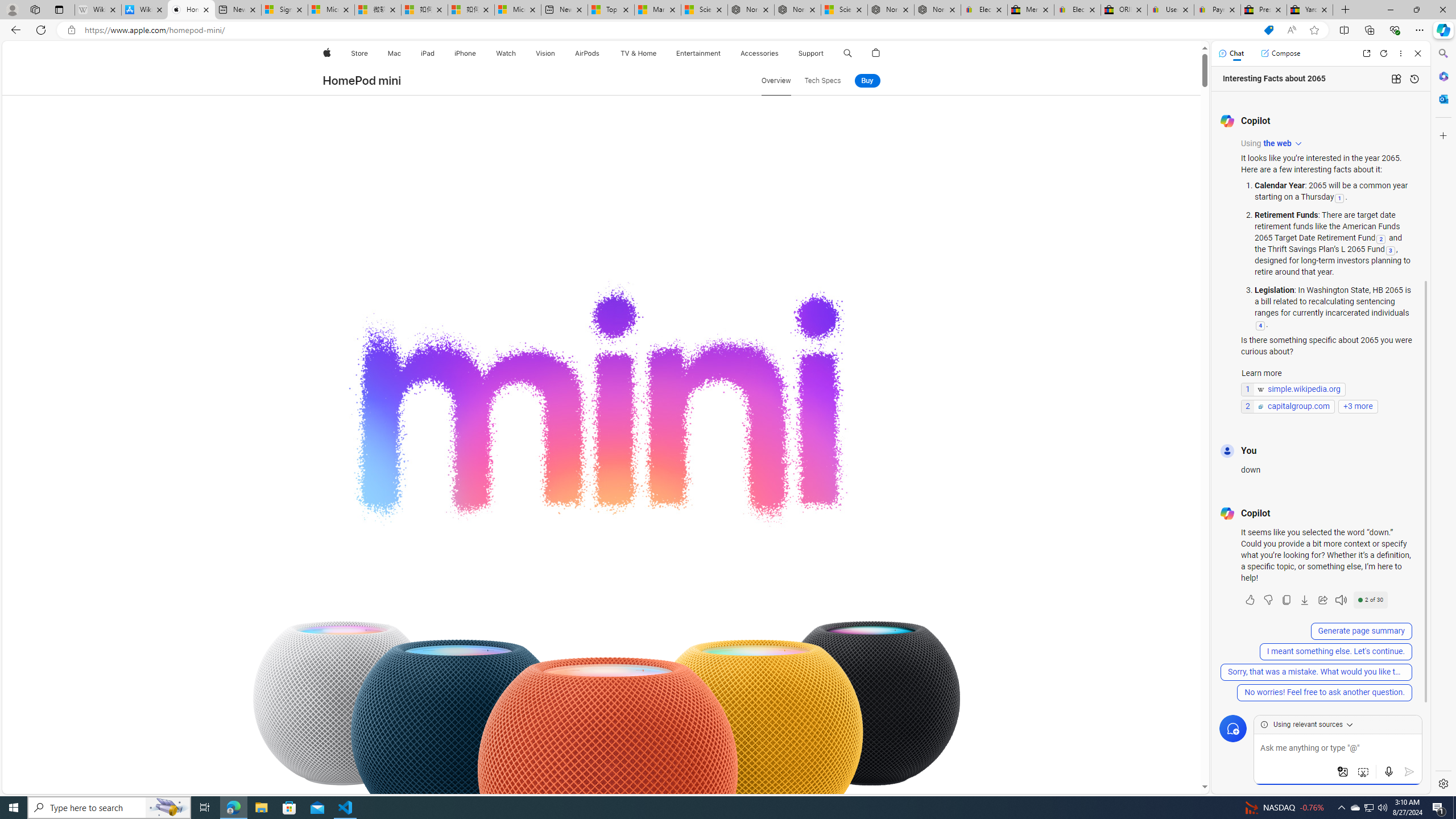  What do you see at coordinates (638, 53) in the screenshot?
I see `'TV & Home'` at bounding box center [638, 53].